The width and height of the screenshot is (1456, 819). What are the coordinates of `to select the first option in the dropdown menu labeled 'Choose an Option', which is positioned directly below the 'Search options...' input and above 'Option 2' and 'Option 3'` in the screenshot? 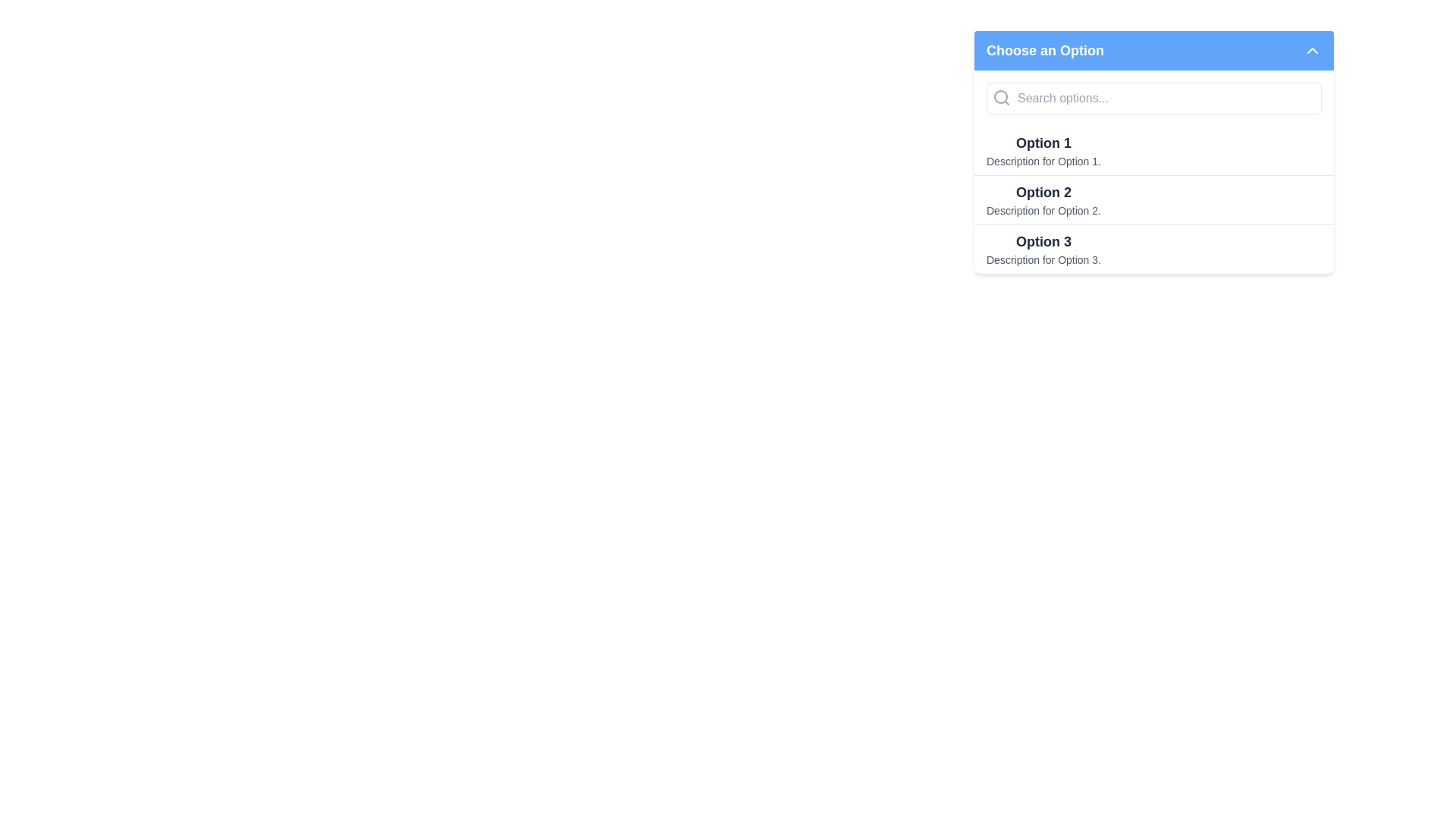 It's located at (1153, 151).